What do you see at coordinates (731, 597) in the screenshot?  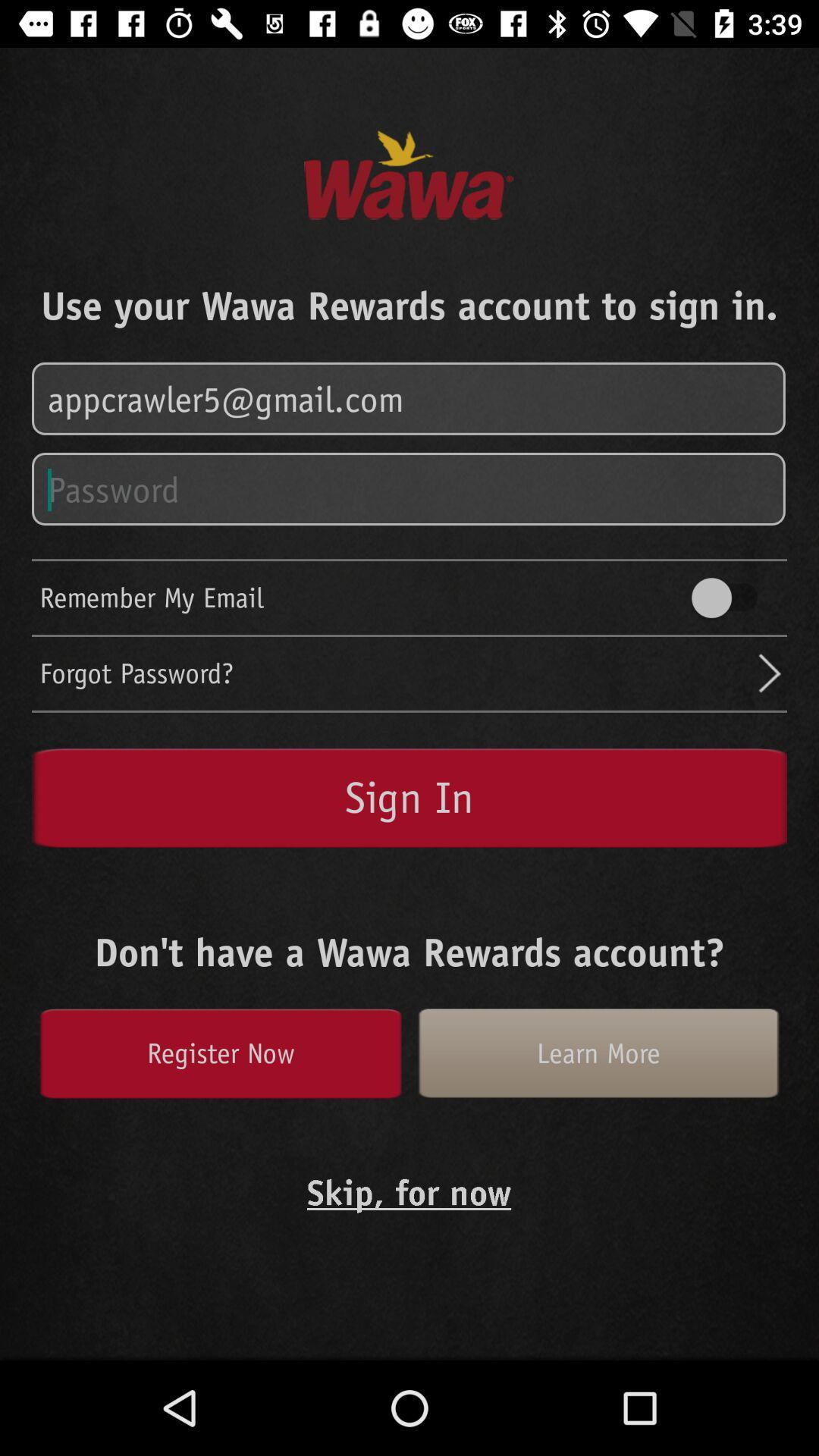 I see `the switch which is right to text remember my email` at bounding box center [731, 597].